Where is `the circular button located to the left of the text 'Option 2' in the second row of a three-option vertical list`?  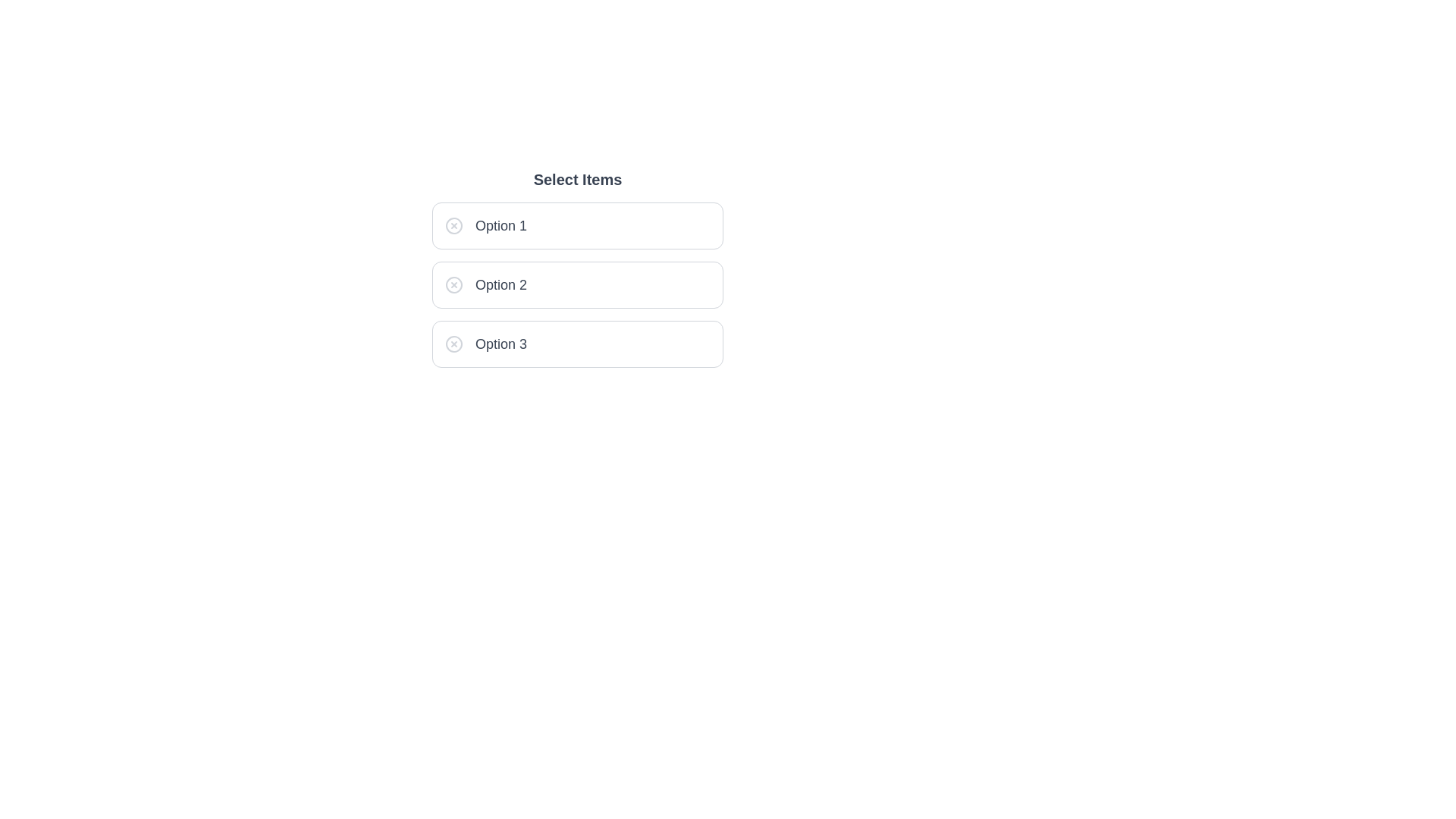 the circular button located to the left of the text 'Option 2' in the second row of a three-option vertical list is located at coordinates (453, 284).